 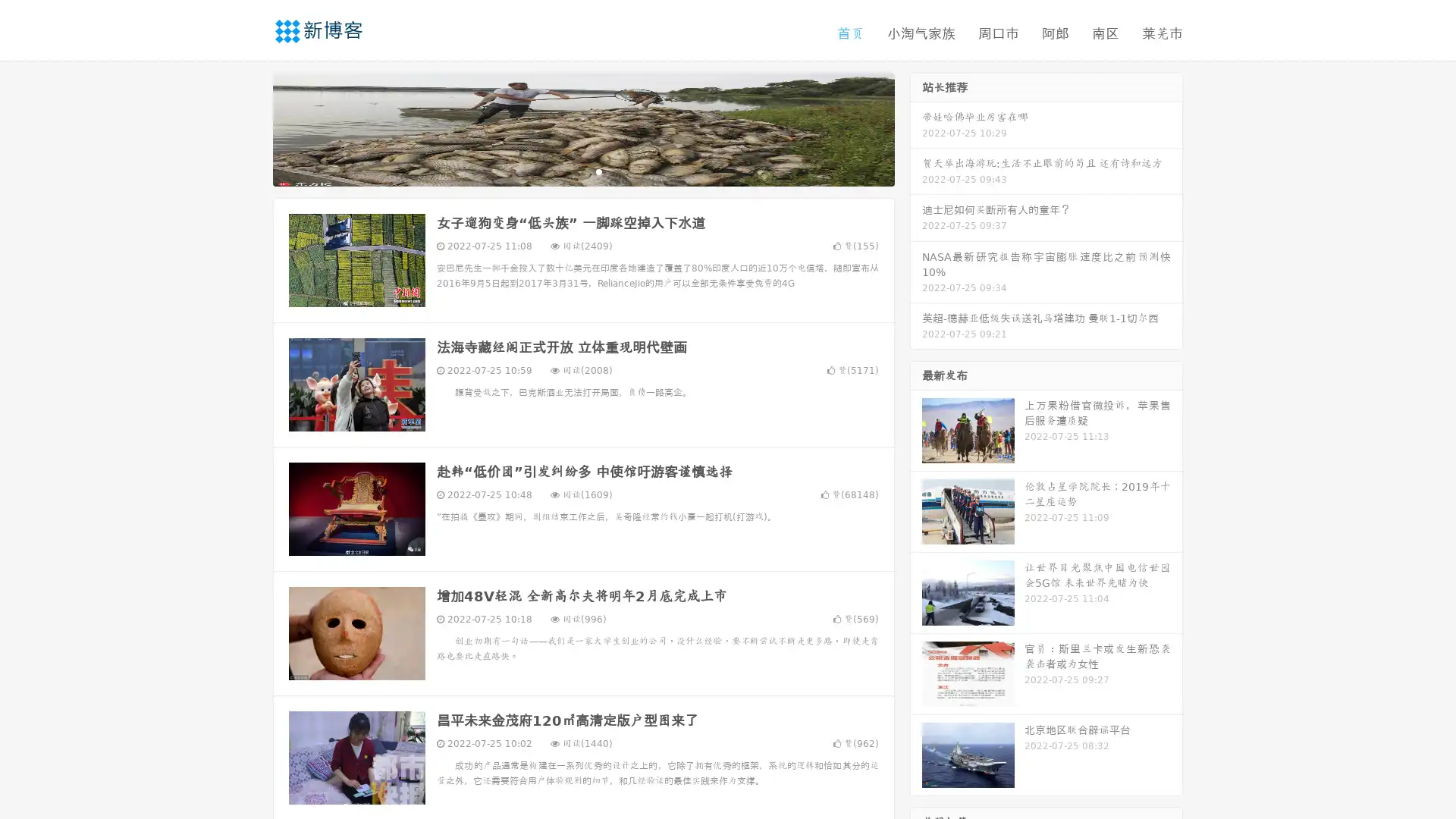 What do you see at coordinates (567, 171) in the screenshot?
I see `Go to slide 1` at bounding box center [567, 171].